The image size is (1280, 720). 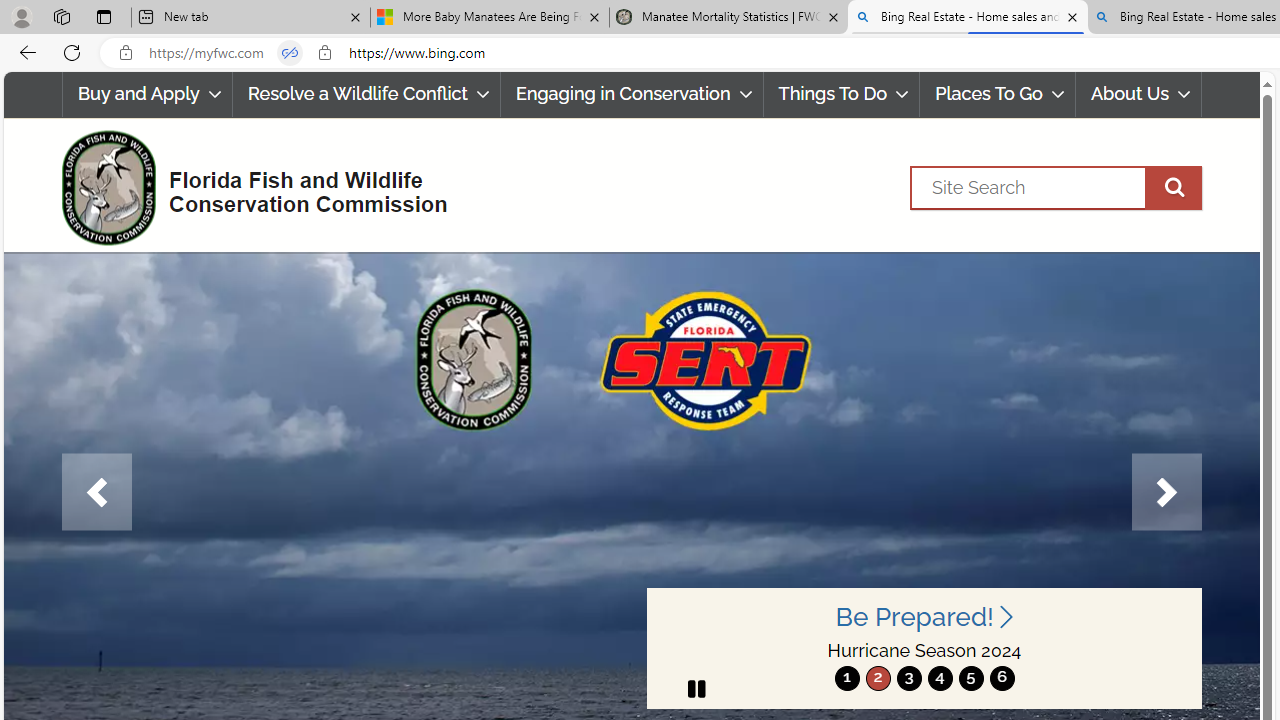 What do you see at coordinates (847, 677) in the screenshot?
I see `'move to slide 1'` at bounding box center [847, 677].